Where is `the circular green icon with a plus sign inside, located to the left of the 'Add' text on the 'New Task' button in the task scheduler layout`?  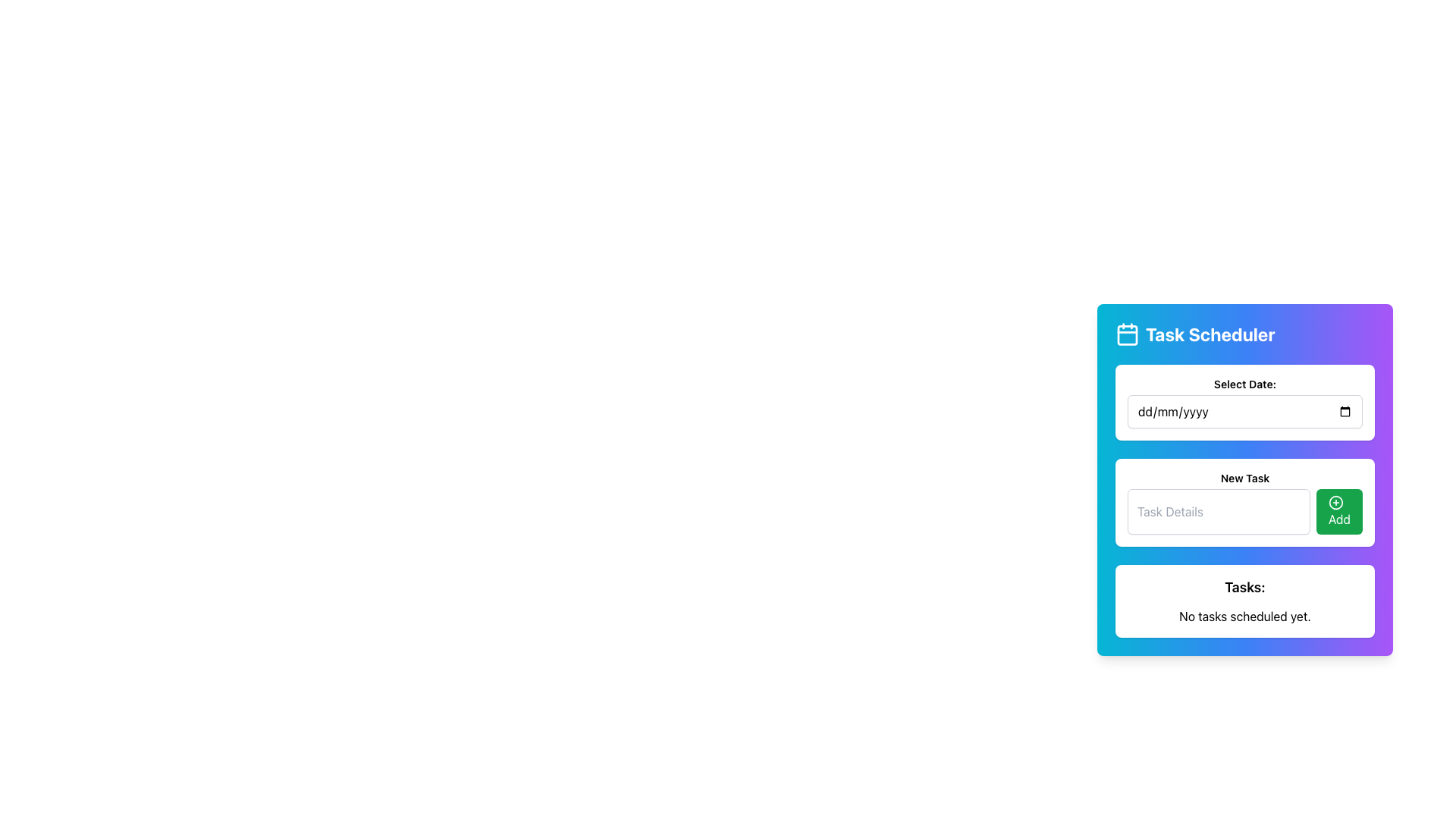
the circular green icon with a plus sign inside, located to the left of the 'Add' text on the 'New Task' button in the task scheduler layout is located at coordinates (1335, 503).